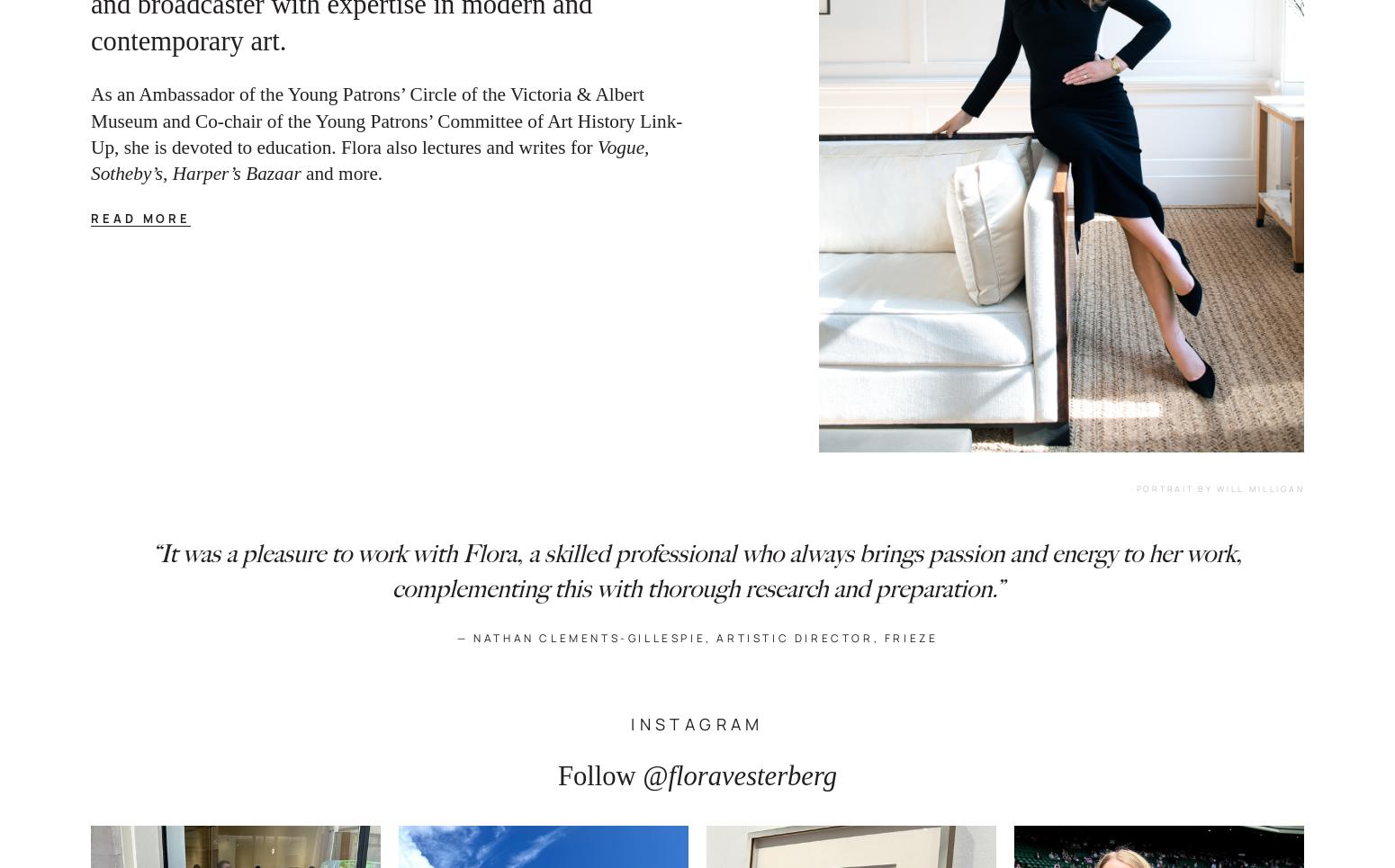  What do you see at coordinates (372, 159) in the screenshot?
I see `'Vogue, Sotheby’s, Harper’s Bazaar'` at bounding box center [372, 159].